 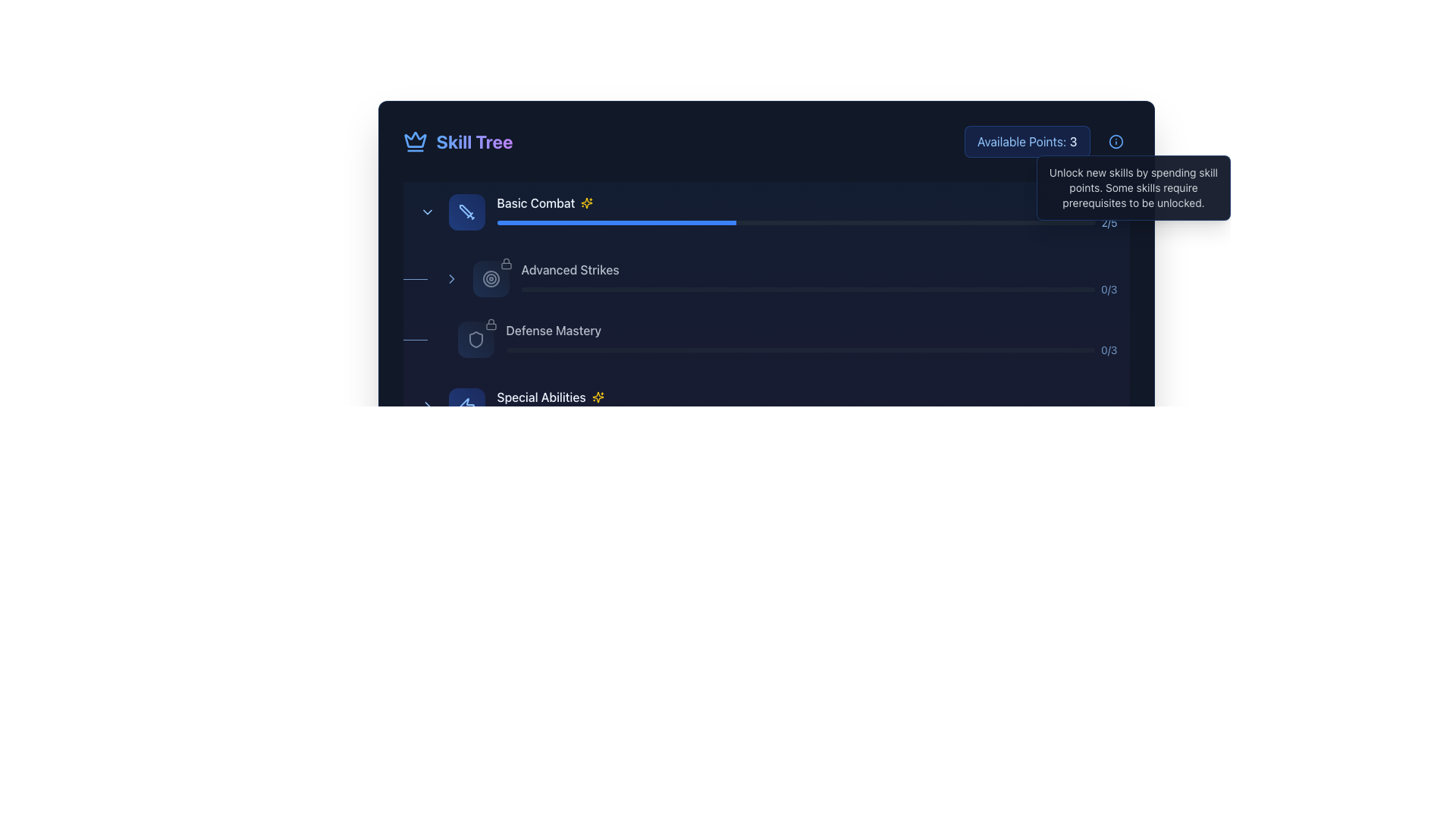 What do you see at coordinates (475, 338) in the screenshot?
I see `the Defense Mastery skill icon located in the skill tree, which is represented by a shield icon next to the text 'Defense Mastery' in the third row of the list` at bounding box center [475, 338].